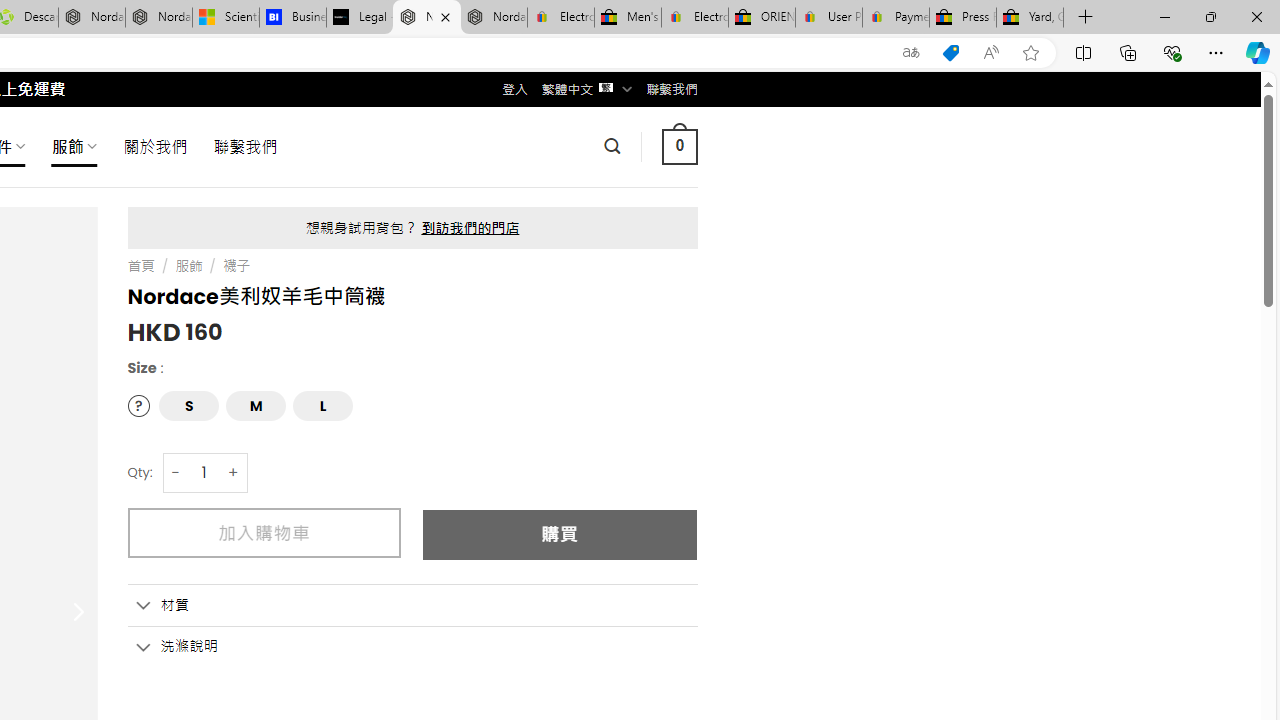  Describe the element at coordinates (679, 145) in the screenshot. I see `' 0 '` at that location.